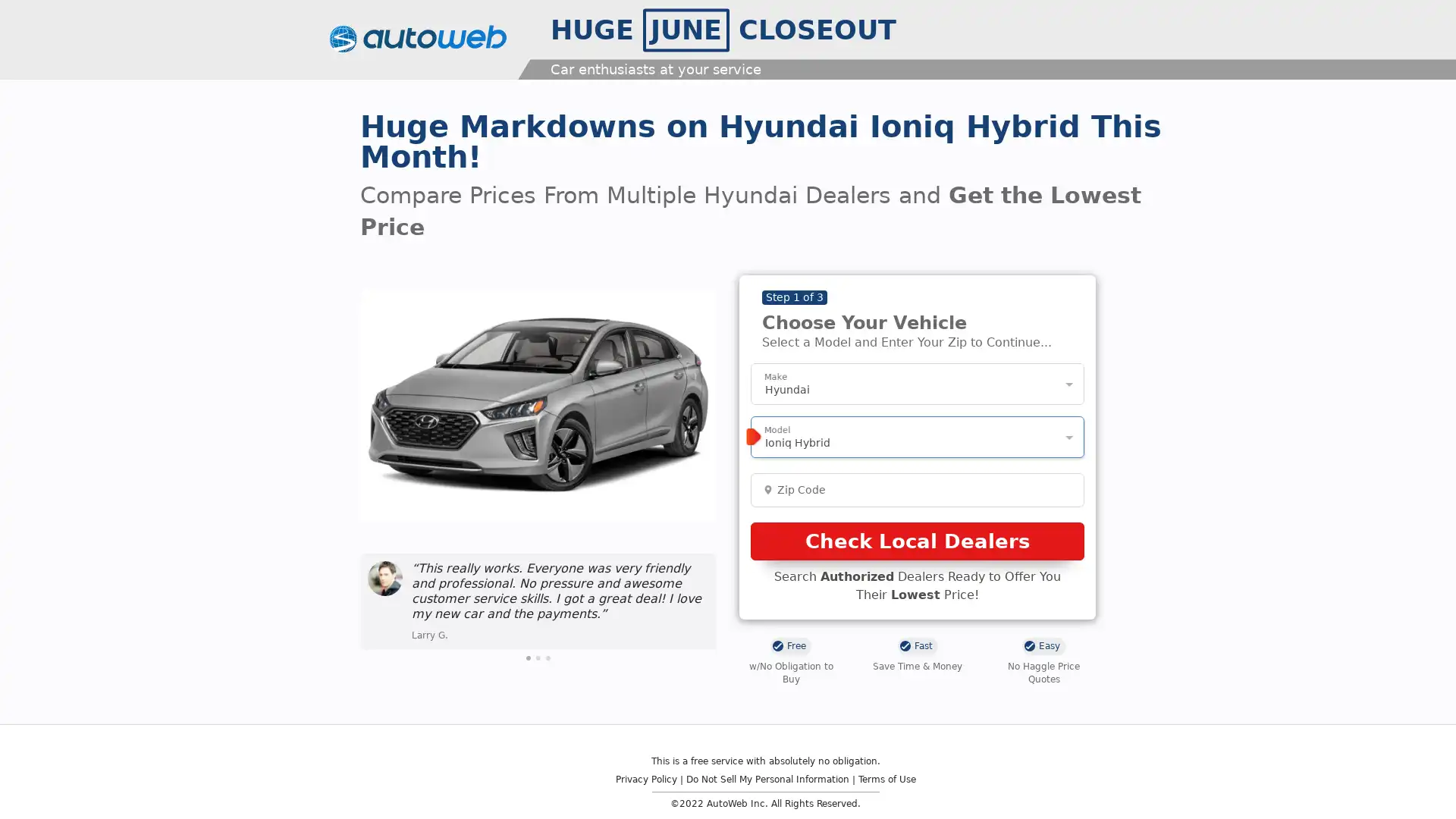  What do you see at coordinates (538, 657) in the screenshot?
I see `Carousel Page 2` at bounding box center [538, 657].